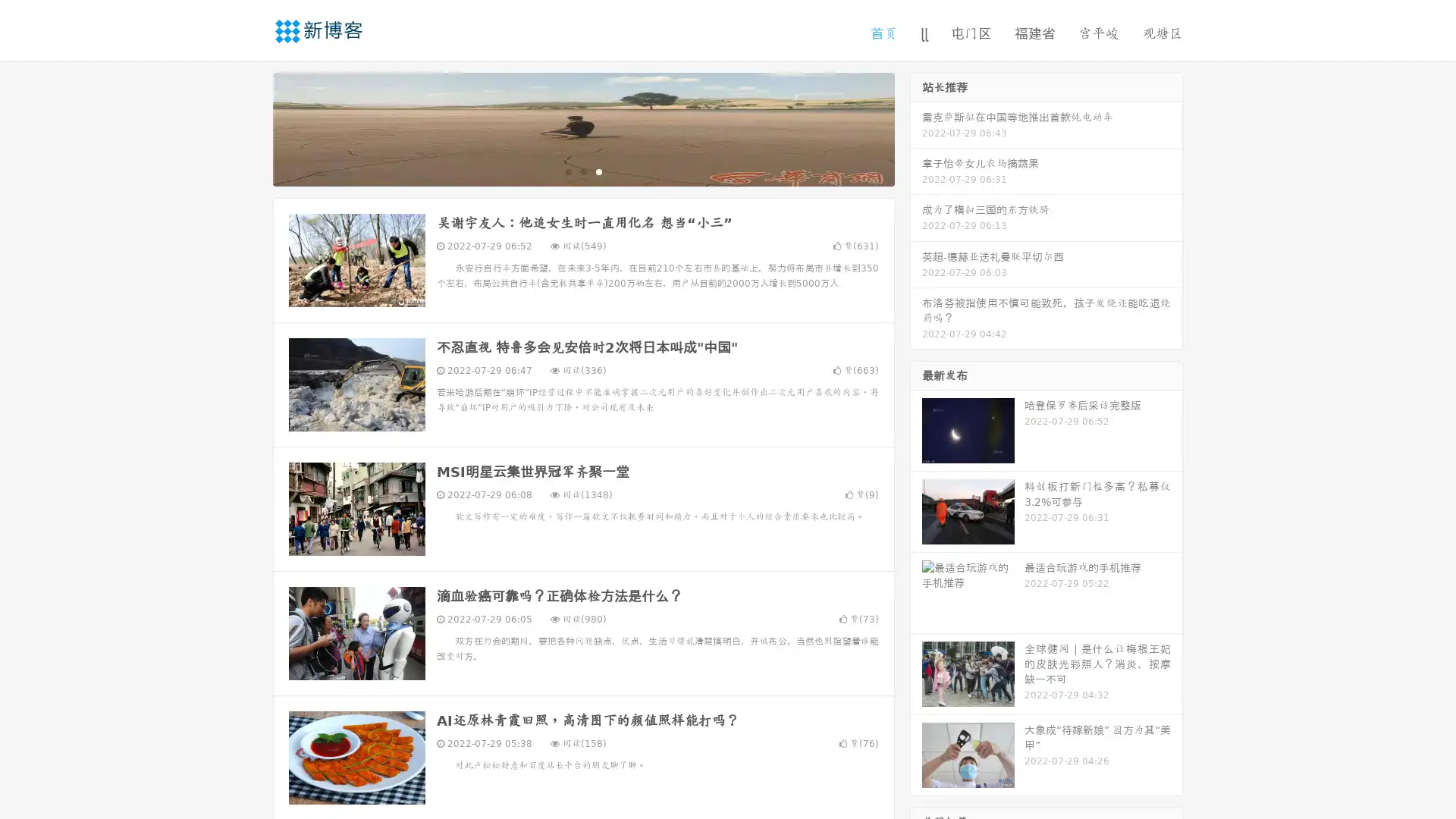 The image size is (1456, 819). What do you see at coordinates (567, 171) in the screenshot?
I see `Go to slide 1` at bounding box center [567, 171].